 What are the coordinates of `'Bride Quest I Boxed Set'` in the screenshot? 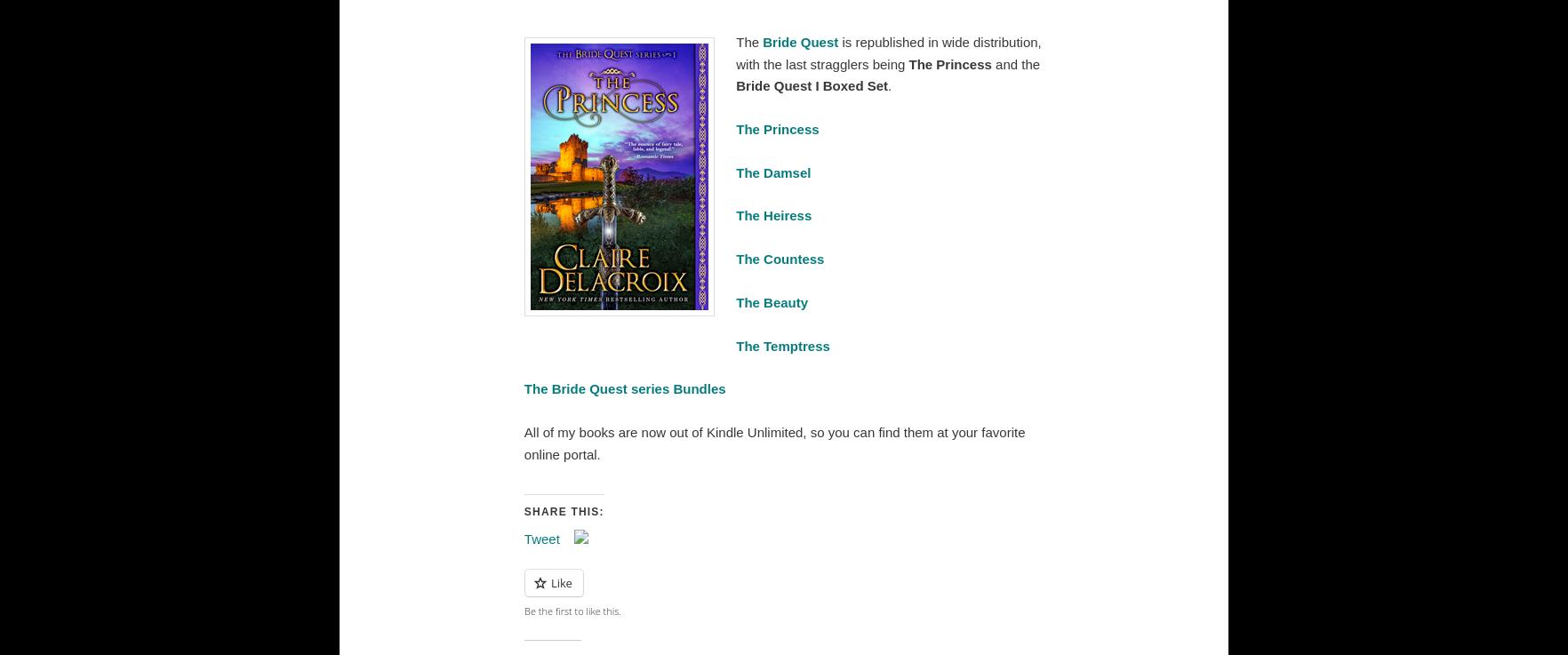 It's located at (736, 84).